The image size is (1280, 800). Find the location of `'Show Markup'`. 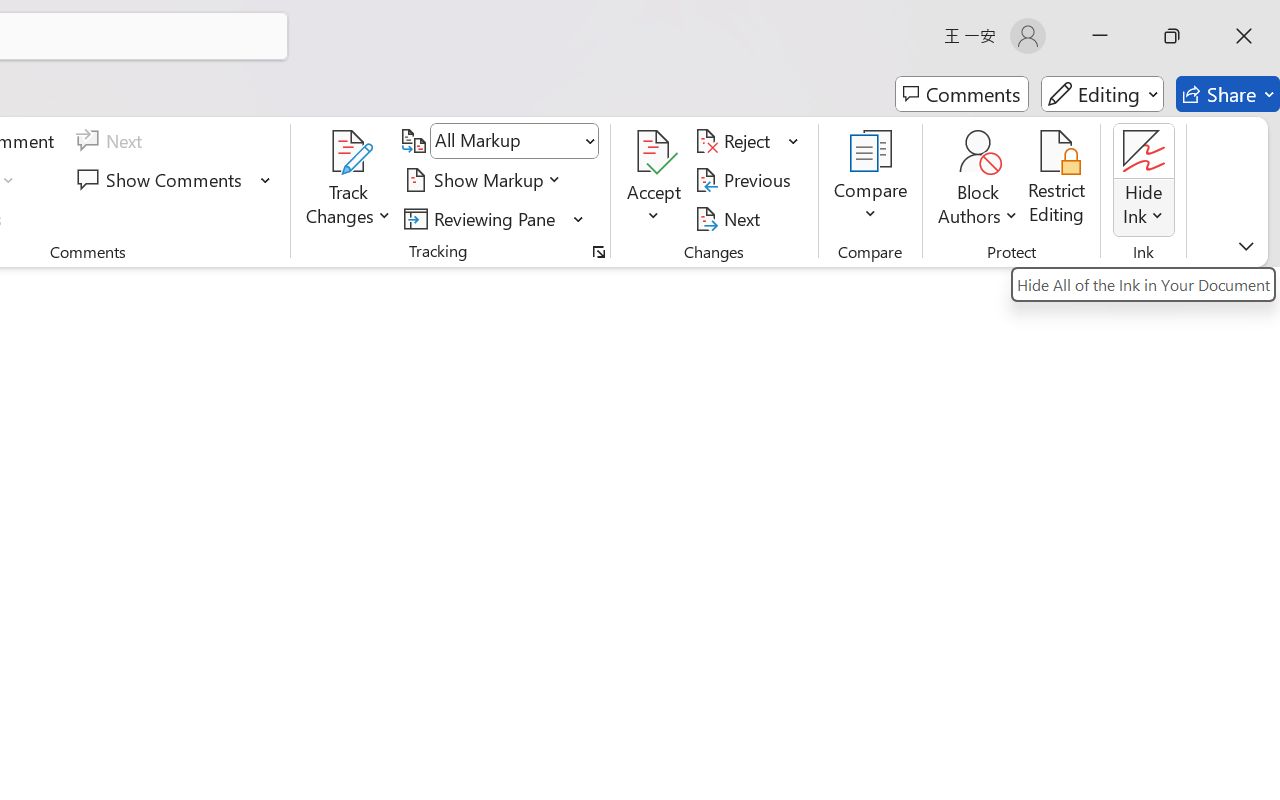

'Show Markup' is located at coordinates (485, 179).